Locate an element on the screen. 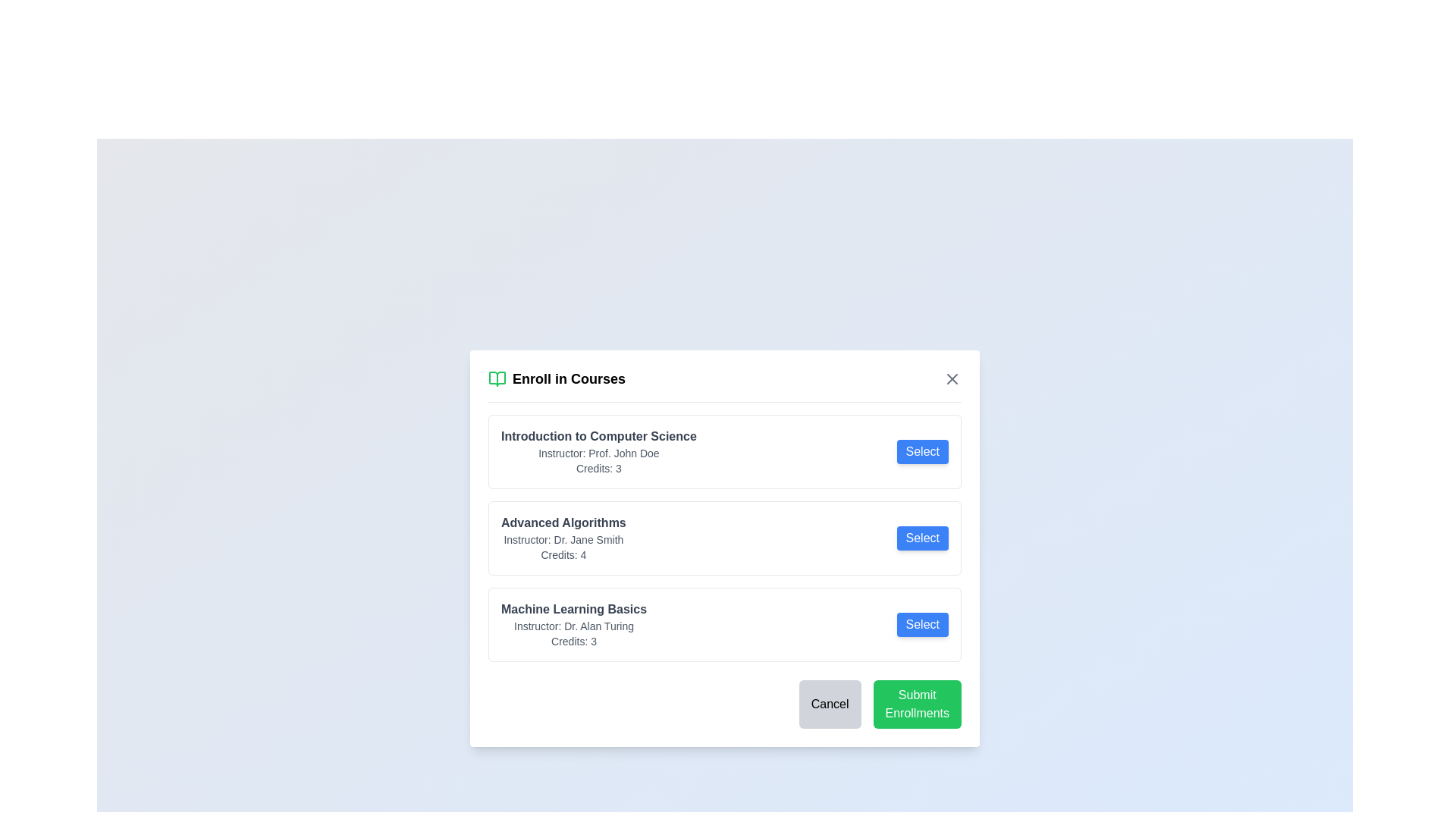 Image resolution: width=1456 pixels, height=819 pixels. text information block providing details about the course 'Machine Learning Basics', located inside the third white box in the list of courses, positioned above the 'Cancel' and 'Submit Enrollments' buttons is located at coordinates (573, 624).